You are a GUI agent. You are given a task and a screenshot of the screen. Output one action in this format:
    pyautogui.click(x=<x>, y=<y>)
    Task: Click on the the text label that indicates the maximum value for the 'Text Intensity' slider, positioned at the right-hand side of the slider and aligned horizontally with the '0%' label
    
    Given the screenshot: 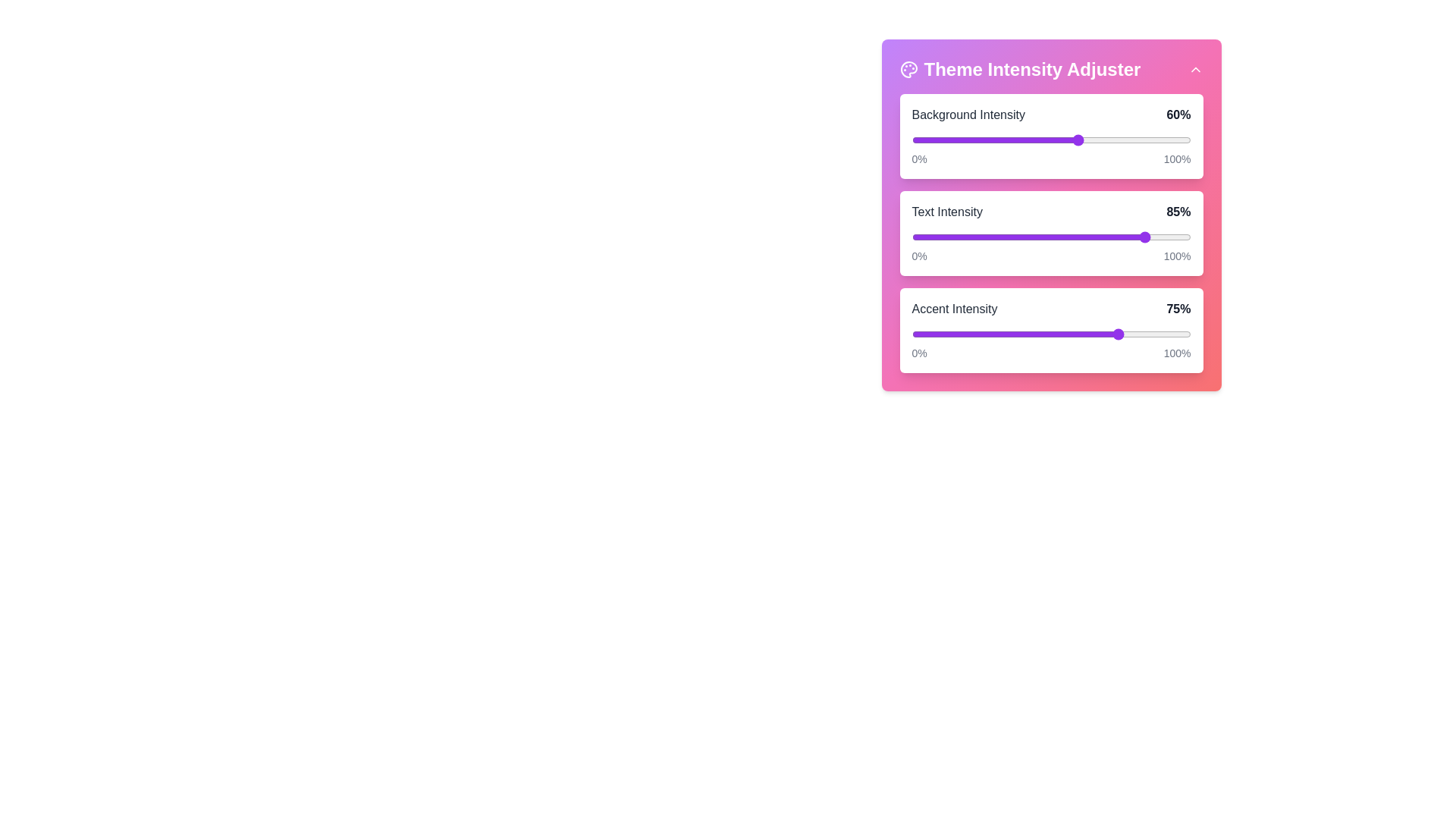 What is the action you would take?
    pyautogui.click(x=1176, y=256)
    